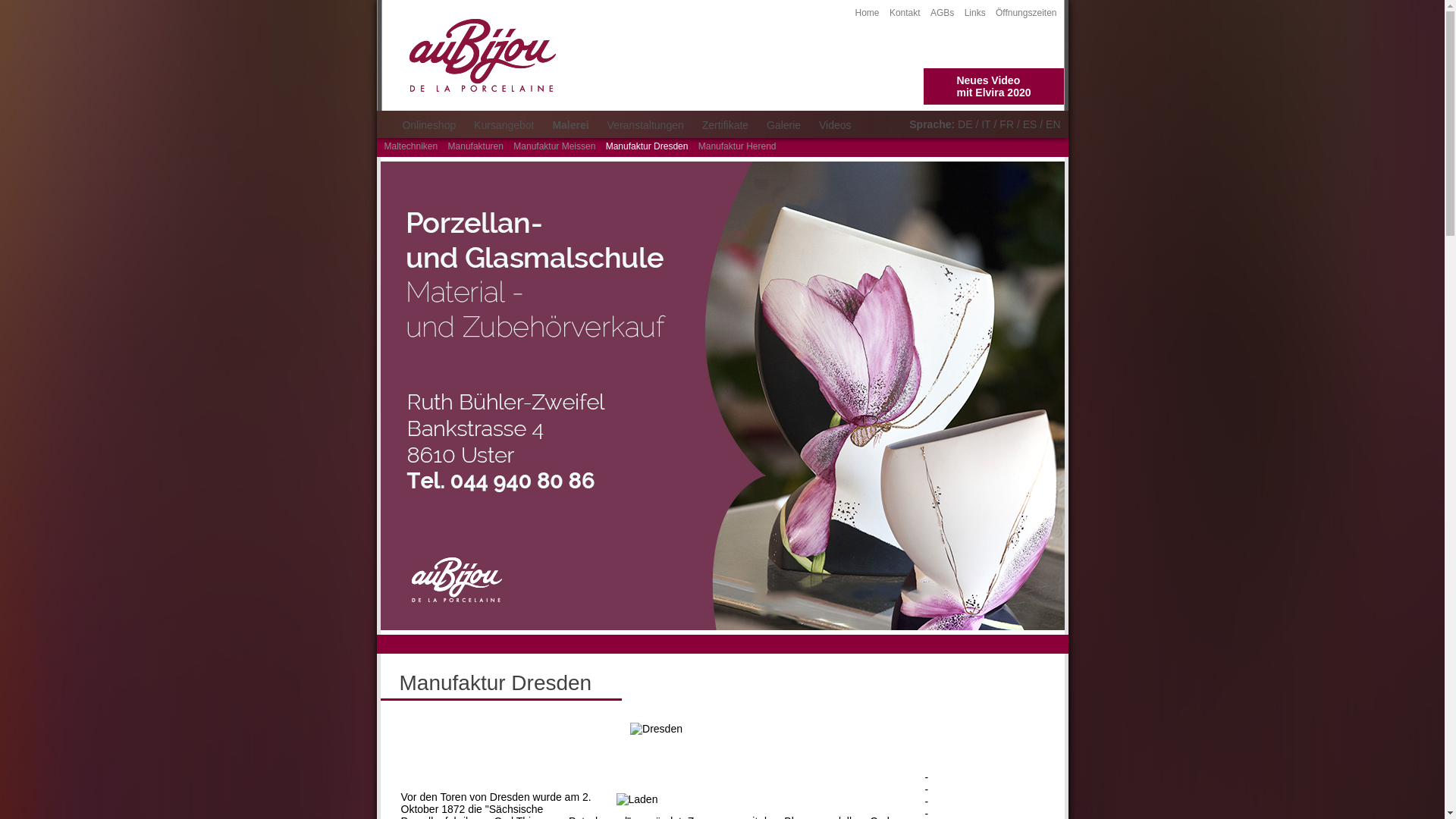 The image size is (1456, 819). I want to click on 'Kontakt', so click(905, 12).